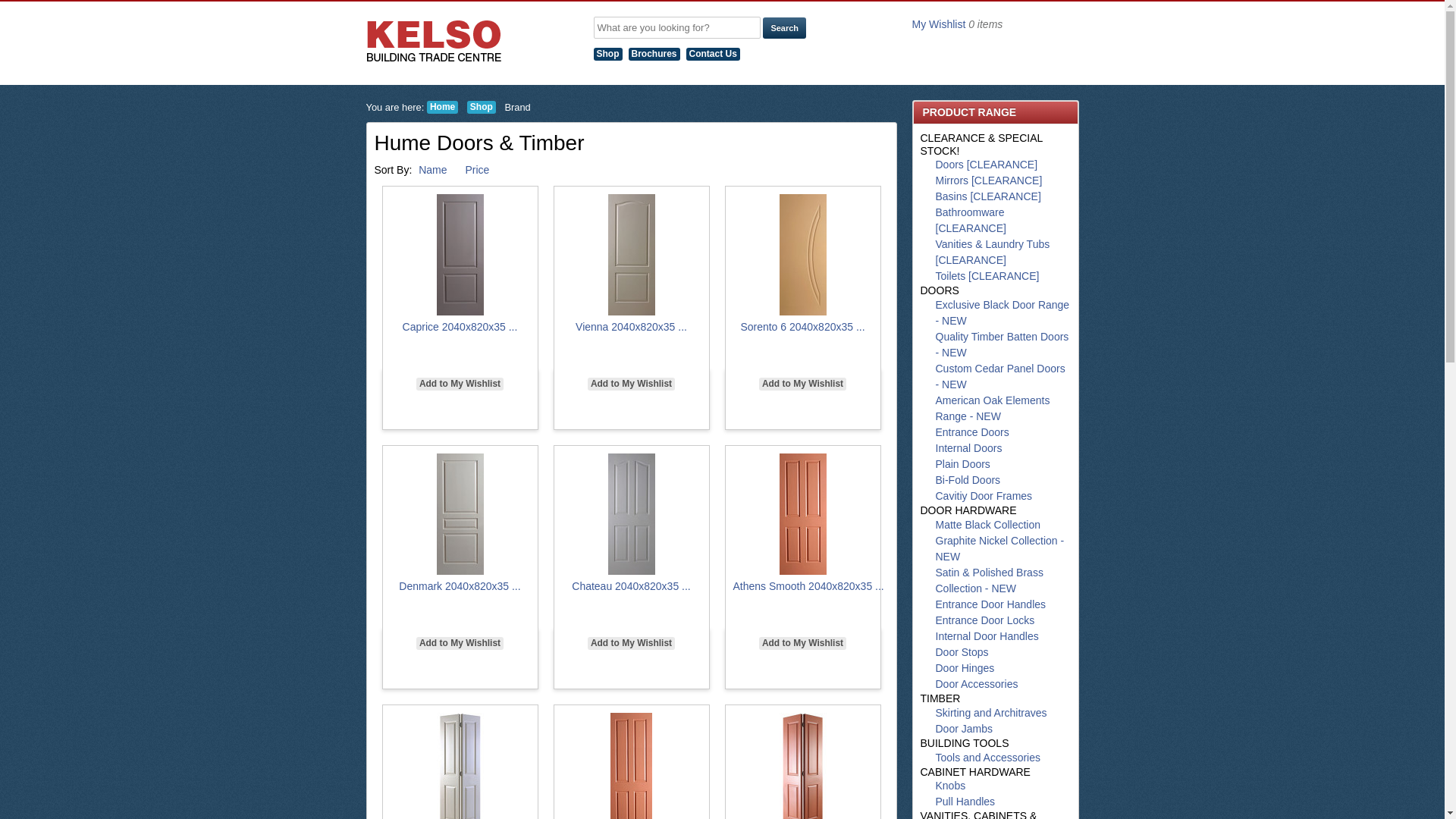 This screenshot has height=819, width=1456. What do you see at coordinates (962, 463) in the screenshot?
I see `'Plain Doors'` at bounding box center [962, 463].